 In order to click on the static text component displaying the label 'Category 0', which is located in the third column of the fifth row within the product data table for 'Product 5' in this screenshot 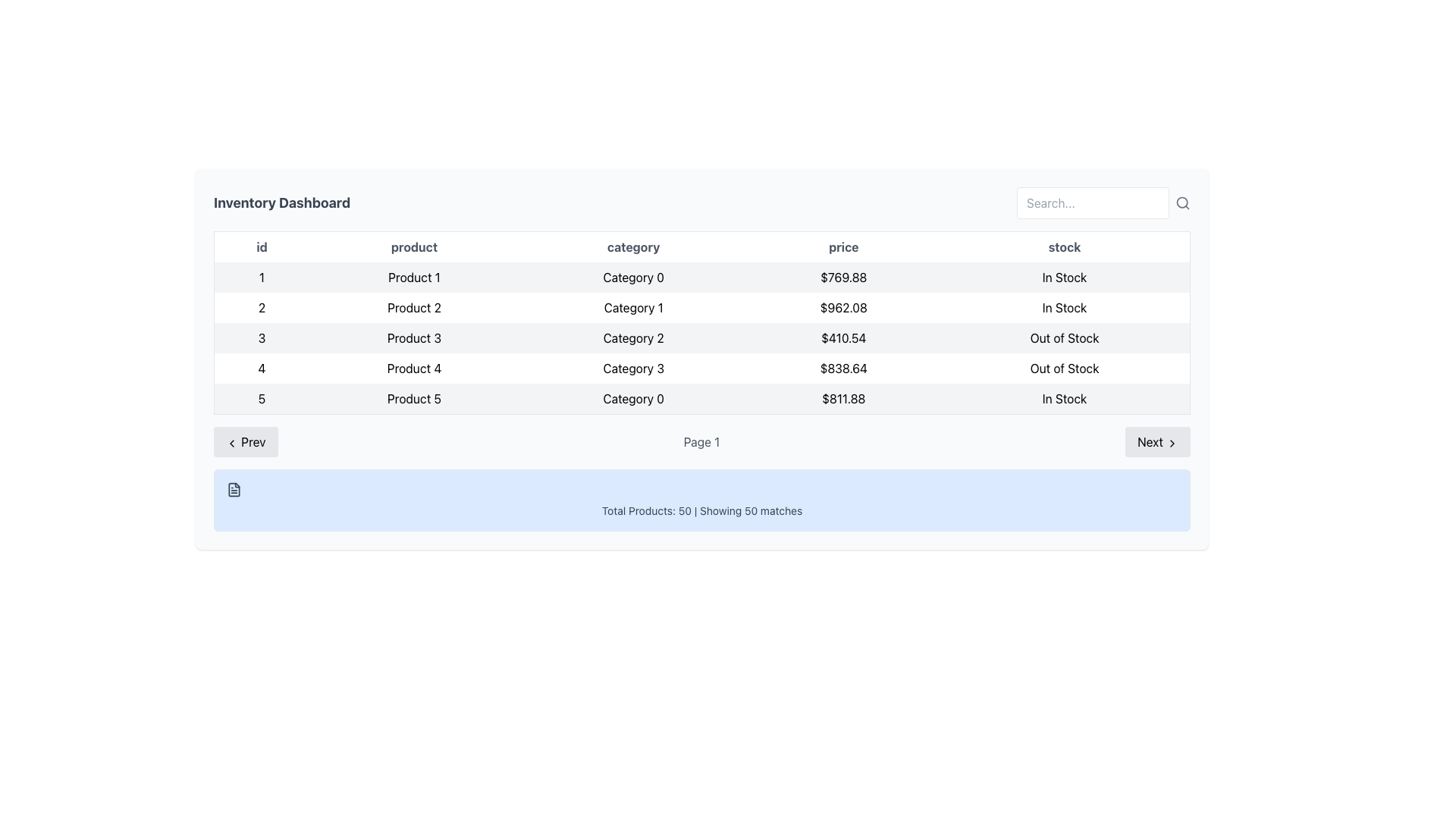, I will do `click(633, 398)`.